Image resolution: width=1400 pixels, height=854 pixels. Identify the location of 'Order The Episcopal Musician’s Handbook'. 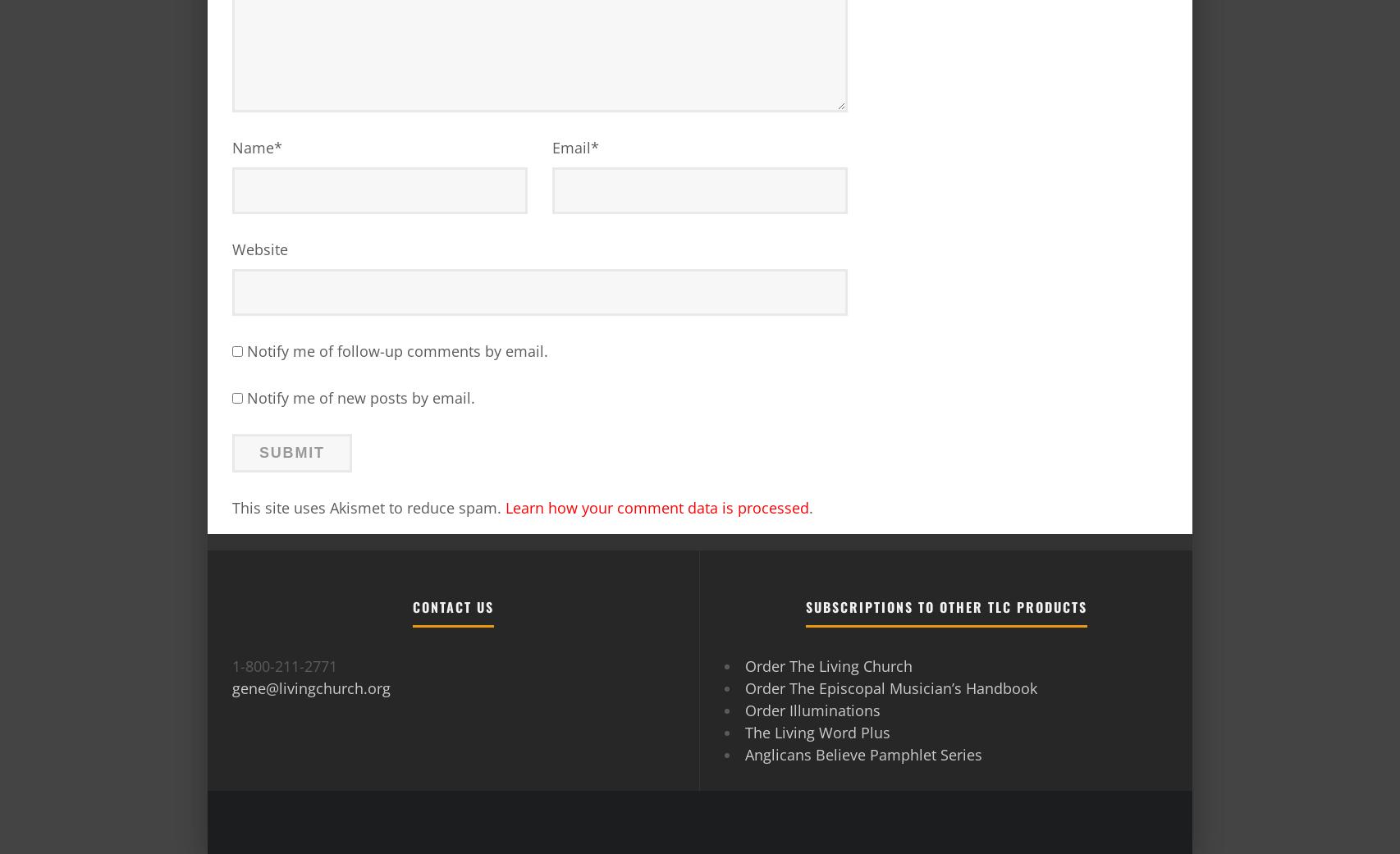
(891, 687).